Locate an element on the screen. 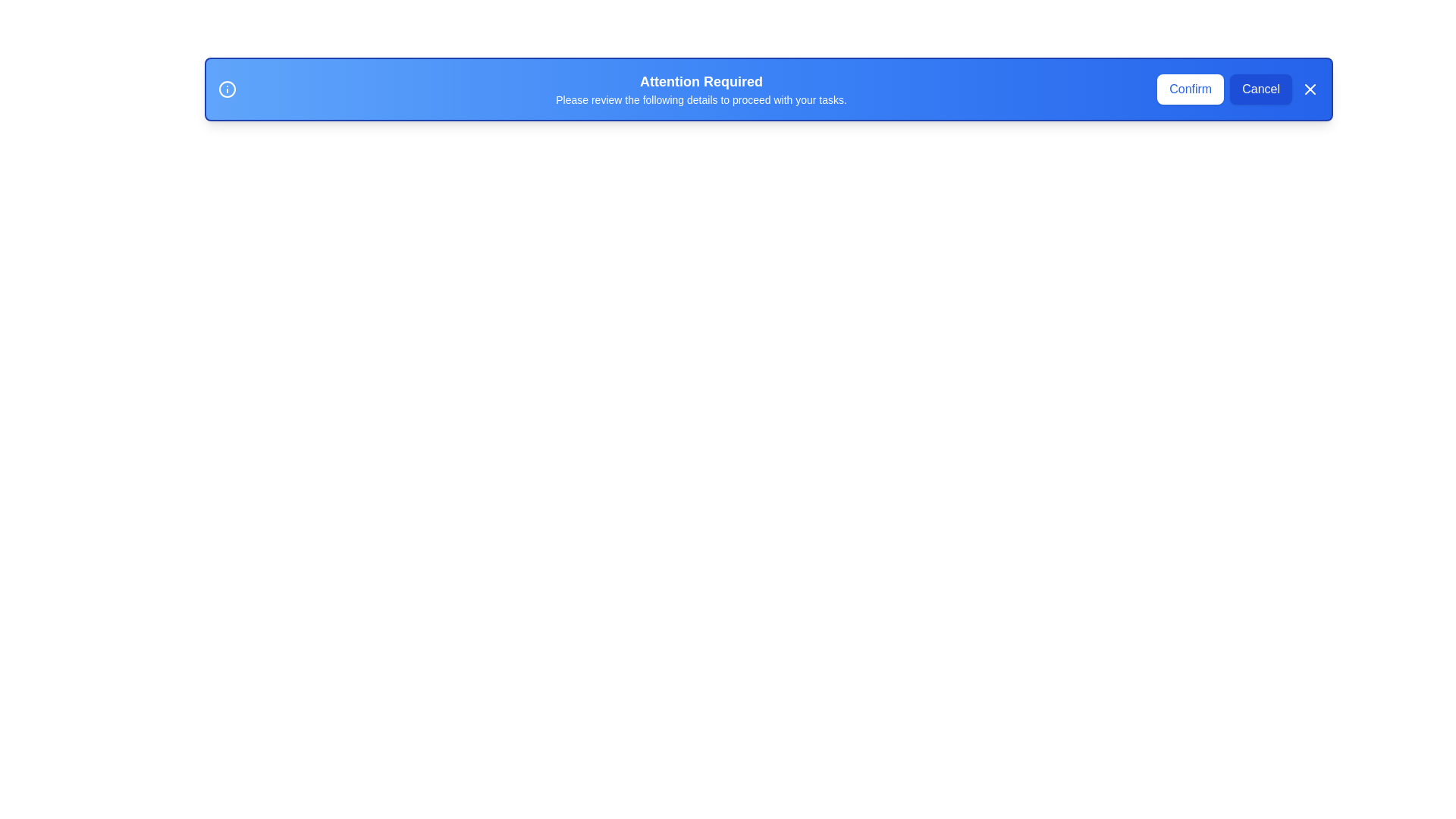 Image resolution: width=1456 pixels, height=819 pixels. the cancel button to cancel the current operation is located at coordinates (1260, 89).